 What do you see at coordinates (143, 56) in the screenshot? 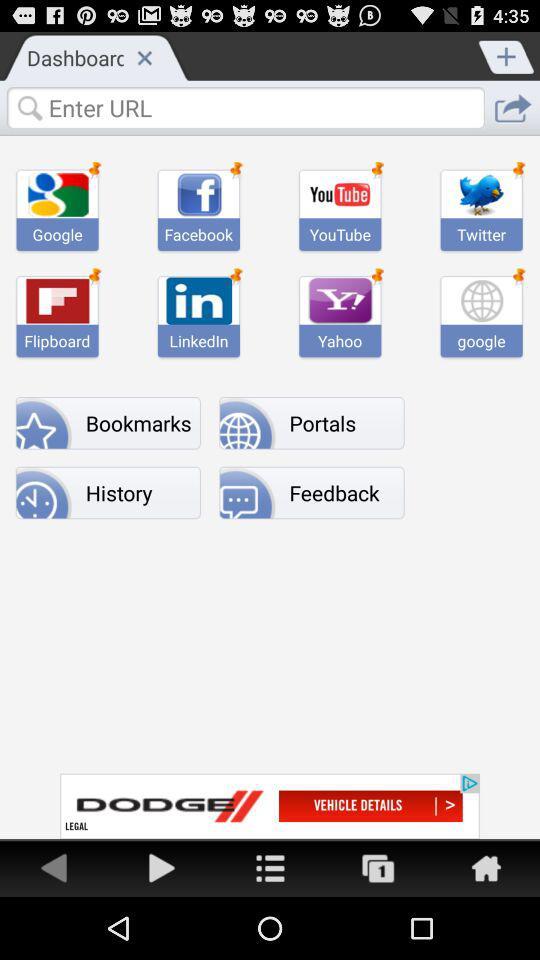
I see `tab` at bounding box center [143, 56].